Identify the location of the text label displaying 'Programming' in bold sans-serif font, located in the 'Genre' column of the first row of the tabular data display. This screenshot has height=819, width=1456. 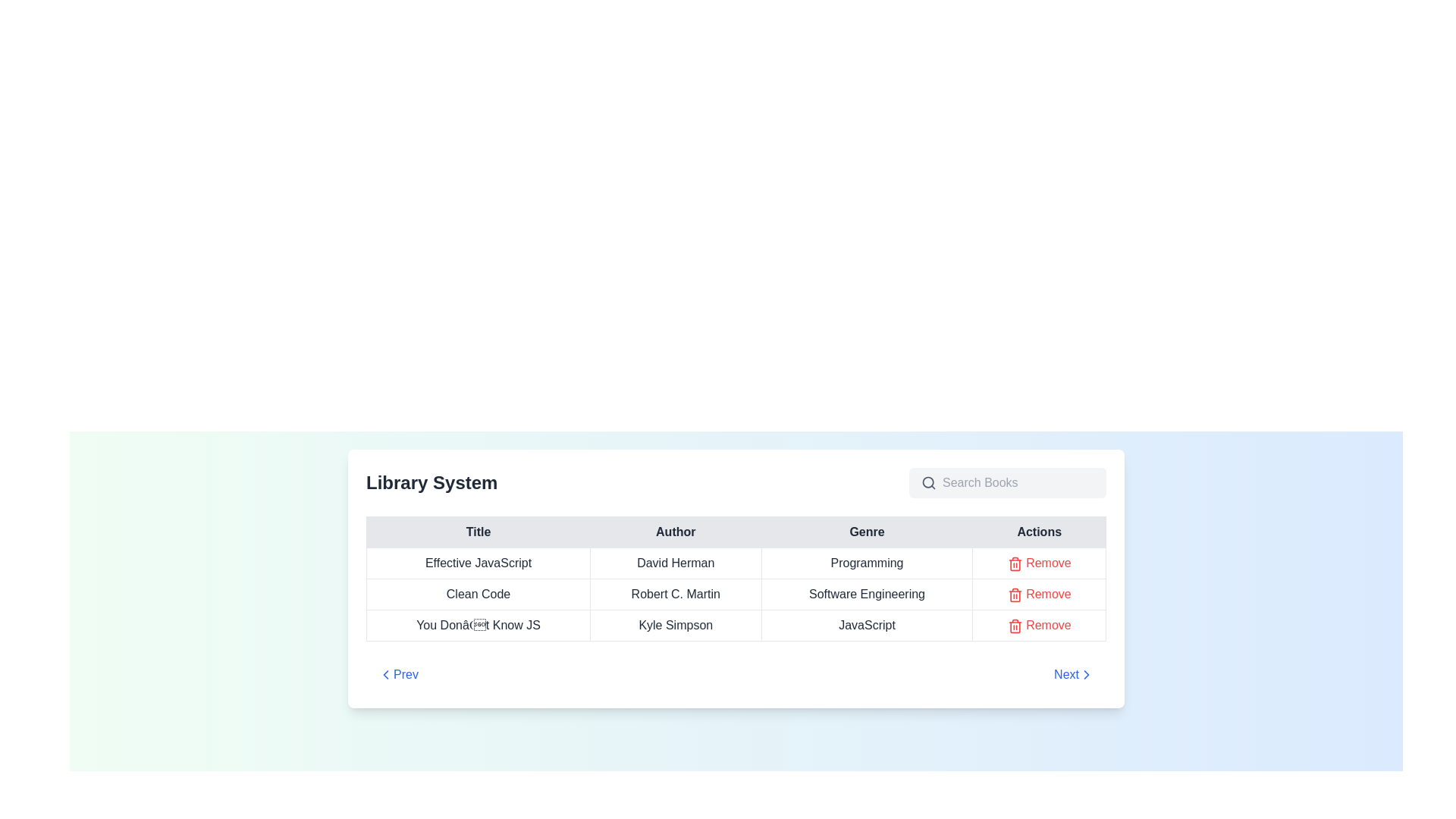
(867, 563).